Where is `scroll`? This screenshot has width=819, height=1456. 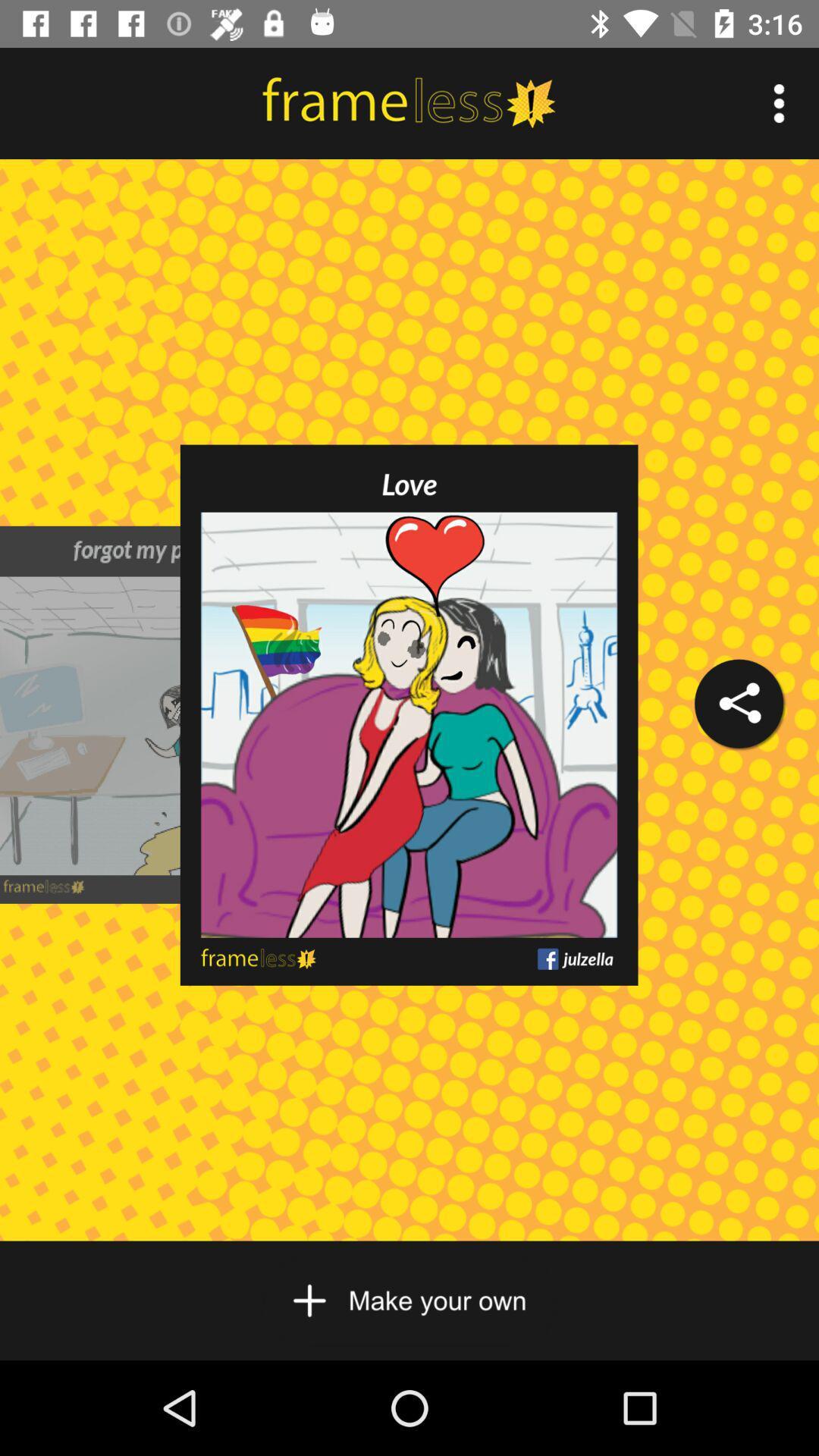
scroll is located at coordinates (408, 1300).